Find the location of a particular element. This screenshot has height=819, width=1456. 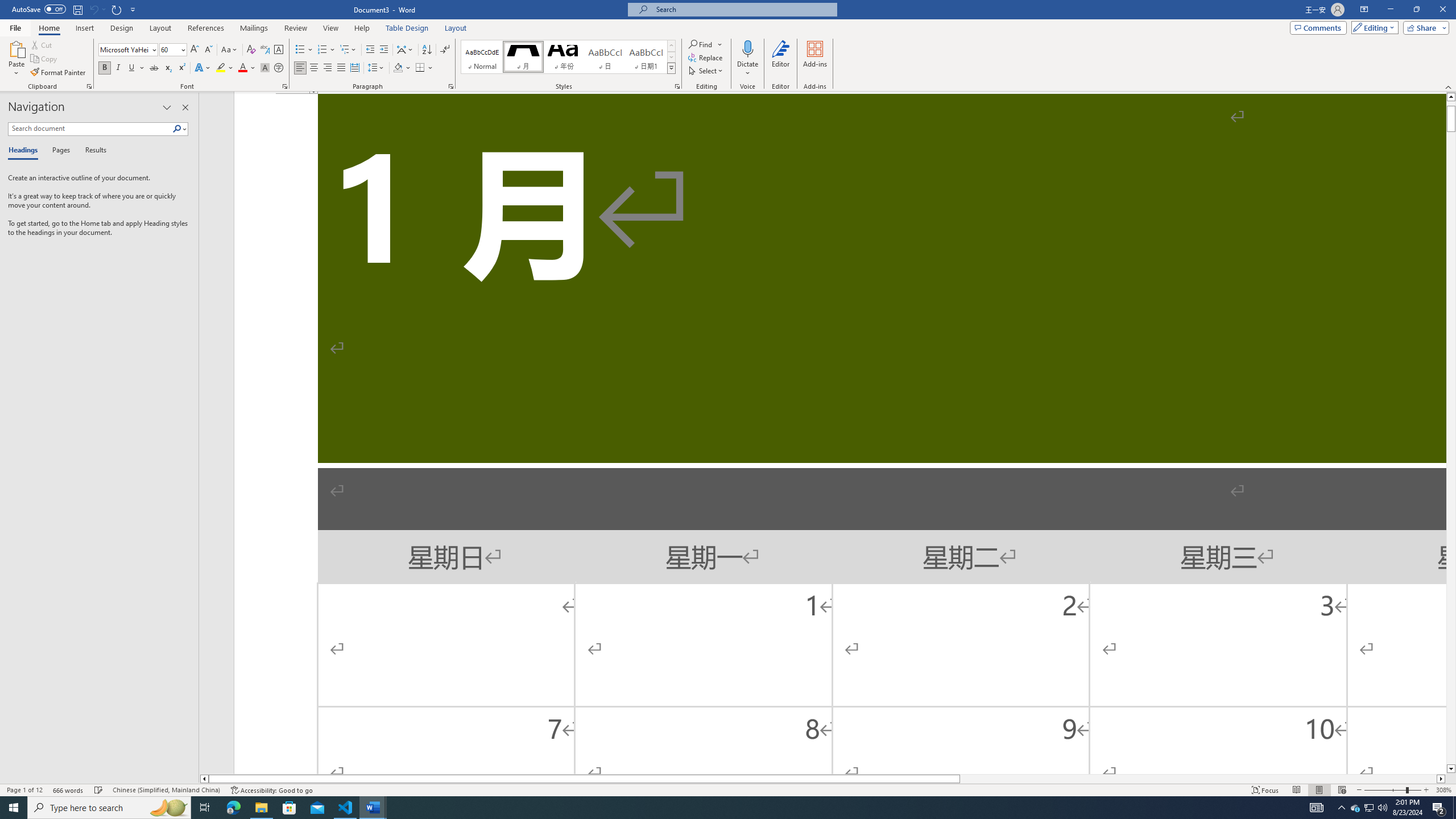

'AutomationID: QuickStylesGallery' is located at coordinates (568, 56).